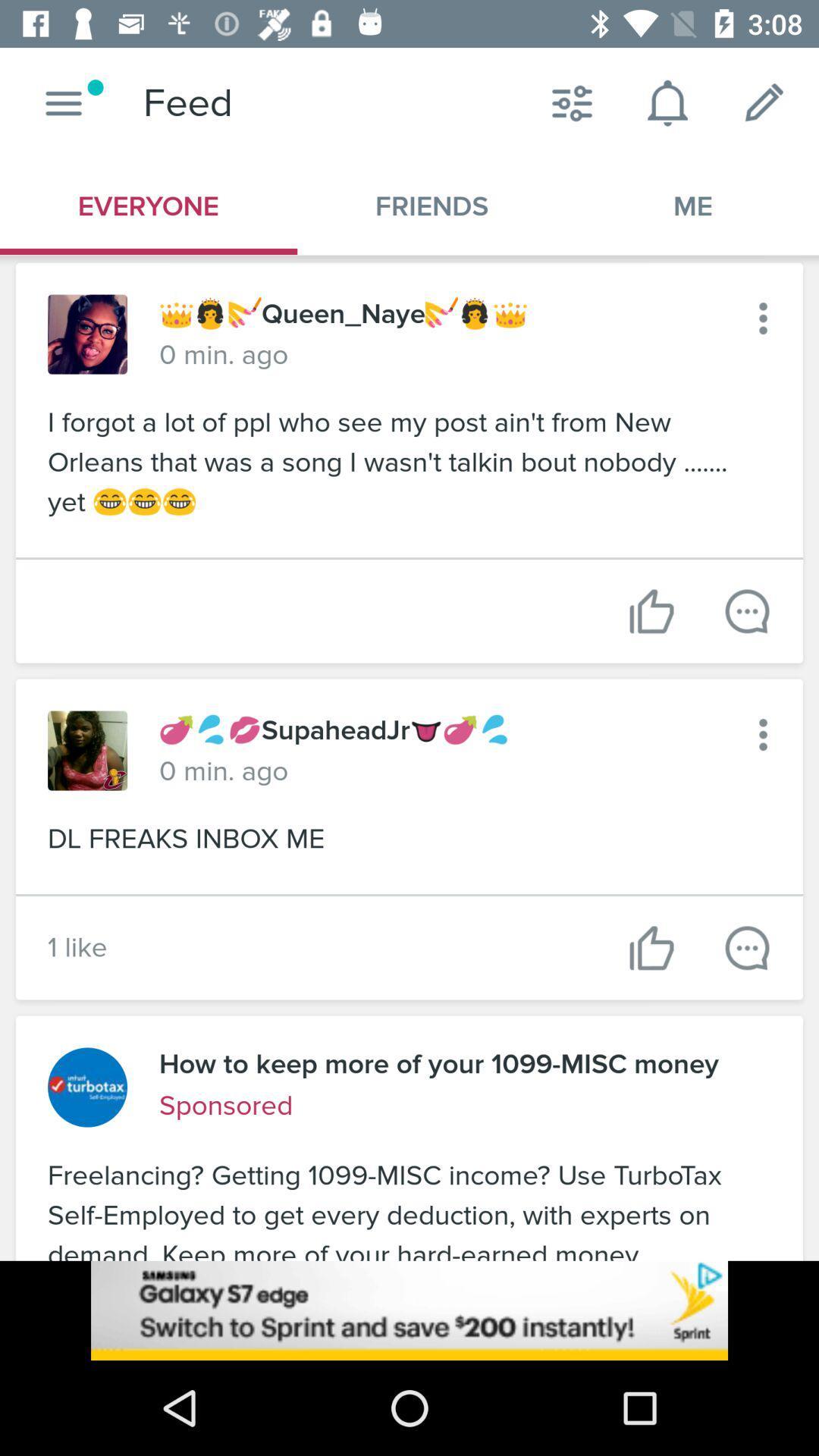  What do you see at coordinates (763, 318) in the screenshot?
I see `settings` at bounding box center [763, 318].